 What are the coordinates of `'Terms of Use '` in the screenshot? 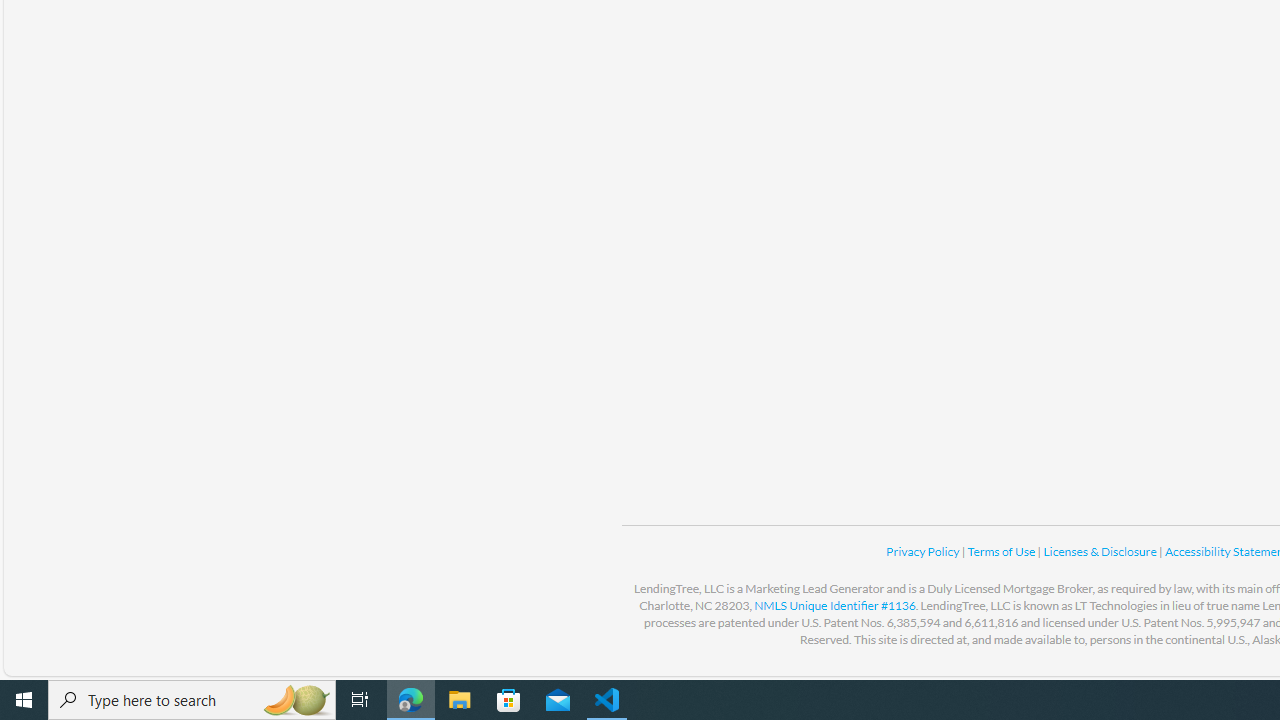 It's located at (1002, 551).